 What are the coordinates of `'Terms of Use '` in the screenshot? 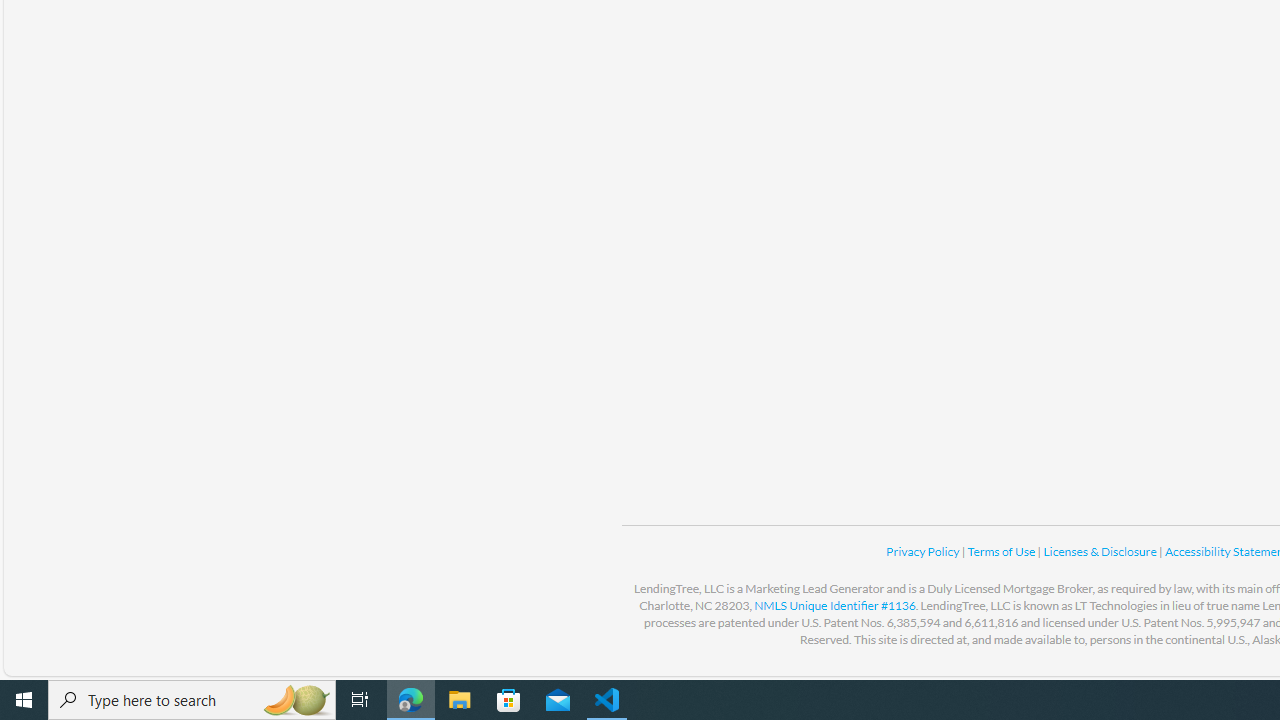 It's located at (1002, 551).